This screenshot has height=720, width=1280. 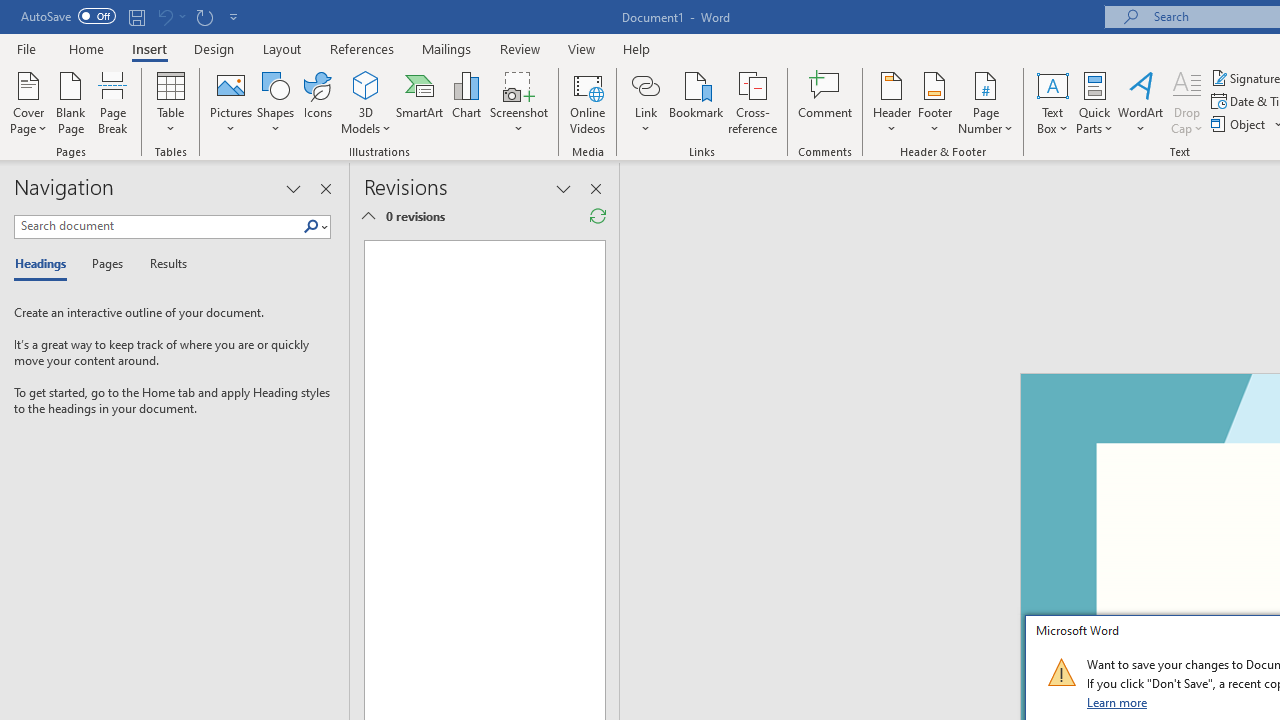 What do you see at coordinates (231, 103) in the screenshot?
I see `'Pictures'` at bounding box center [231, 103].